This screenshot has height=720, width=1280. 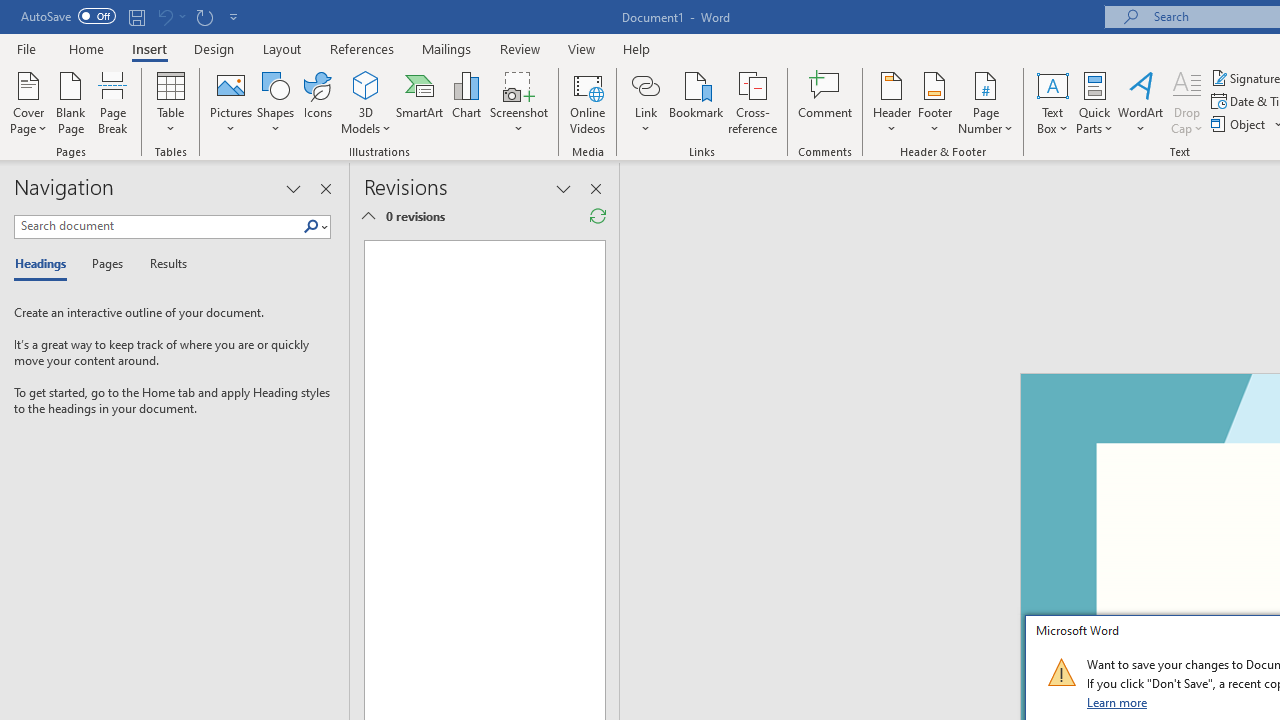 What do you see at coordinates (231, 103) in the screenshot?
I see `'Pictures'` at bounding box center [231, 103].